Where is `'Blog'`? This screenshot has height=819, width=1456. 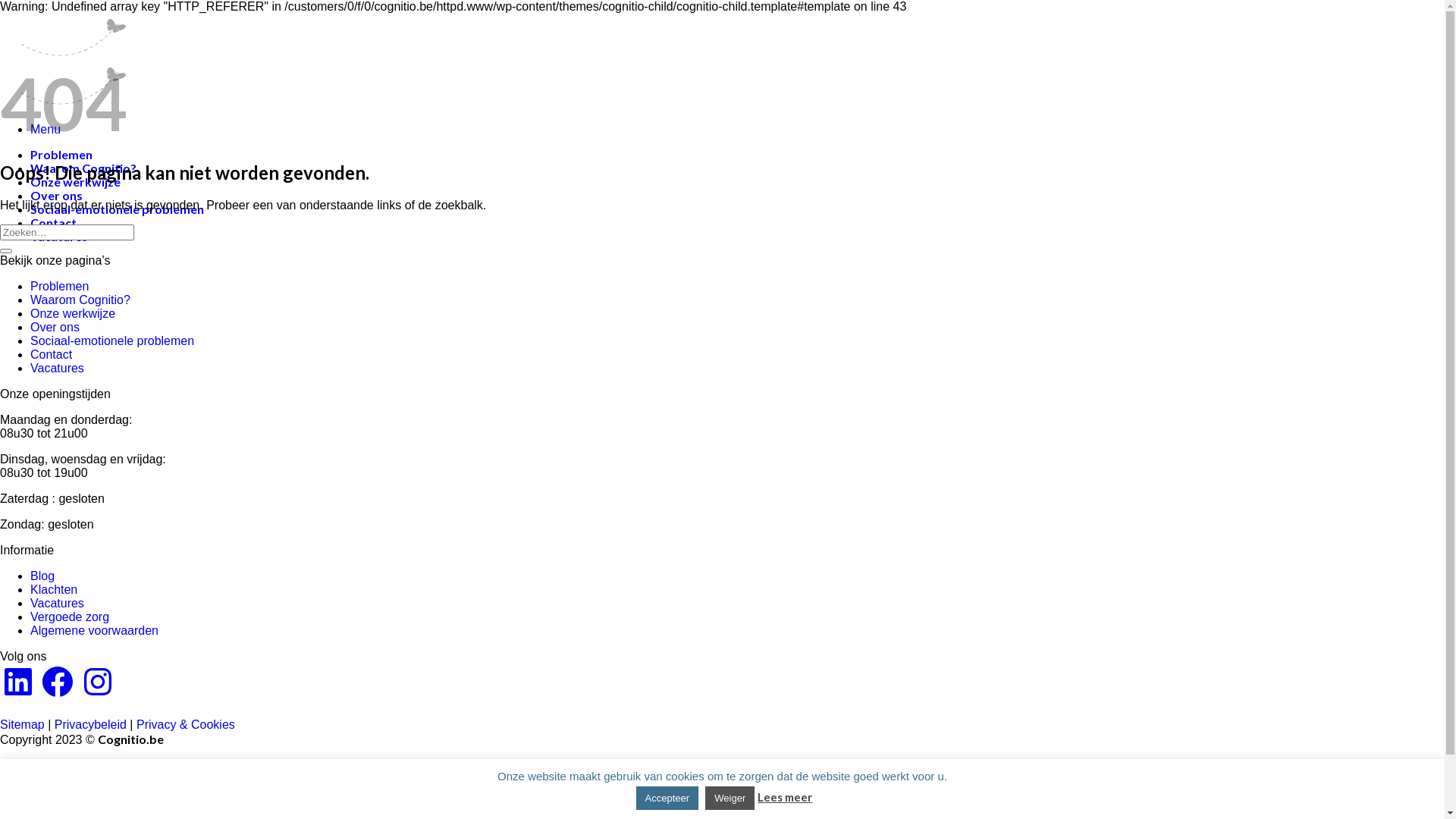 'Blog' is located at coordinates (42, 576).